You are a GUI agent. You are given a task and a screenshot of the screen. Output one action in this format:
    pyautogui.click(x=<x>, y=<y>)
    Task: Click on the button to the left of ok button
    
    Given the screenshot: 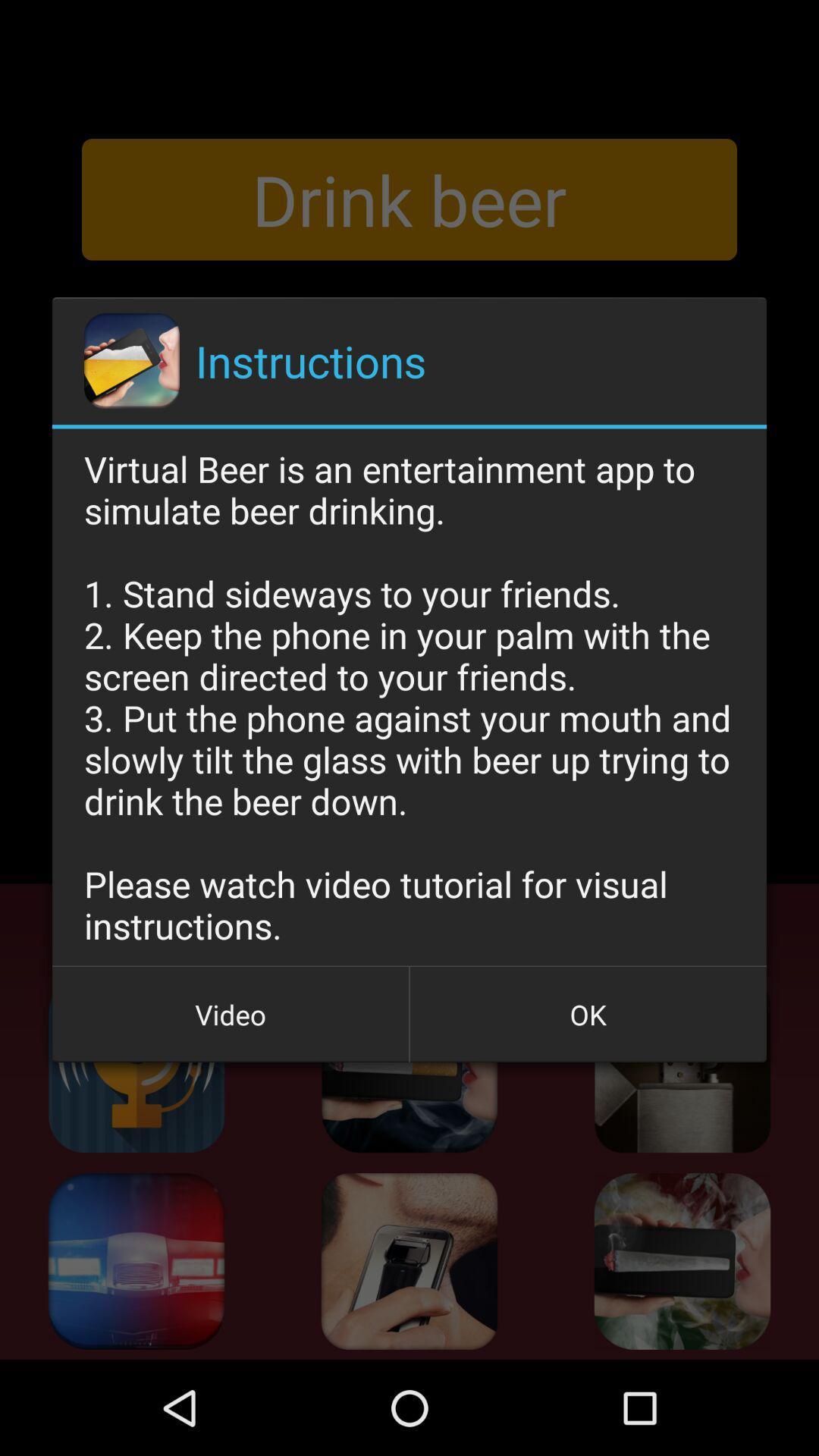 What is the action you would take?
    pyautogui.click(x=231, y=1015)
    